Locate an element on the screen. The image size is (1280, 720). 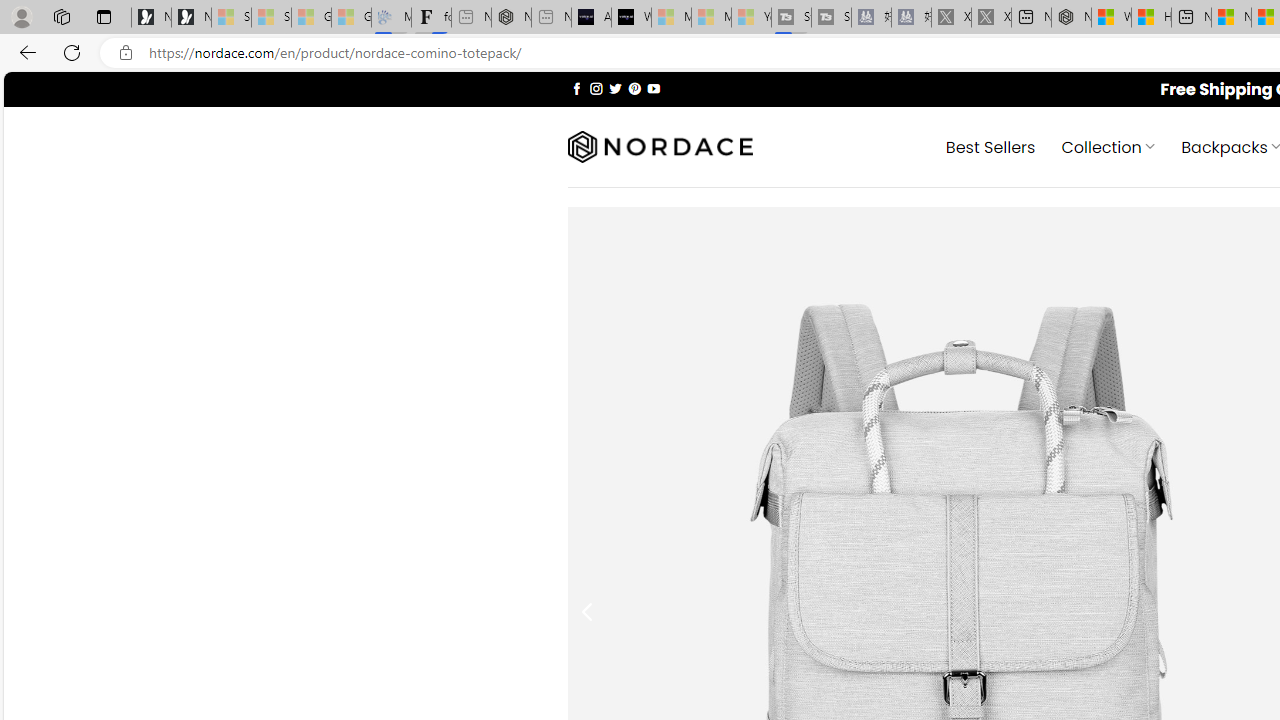
'X - Sleeping' is located at coordinates (991, 17).